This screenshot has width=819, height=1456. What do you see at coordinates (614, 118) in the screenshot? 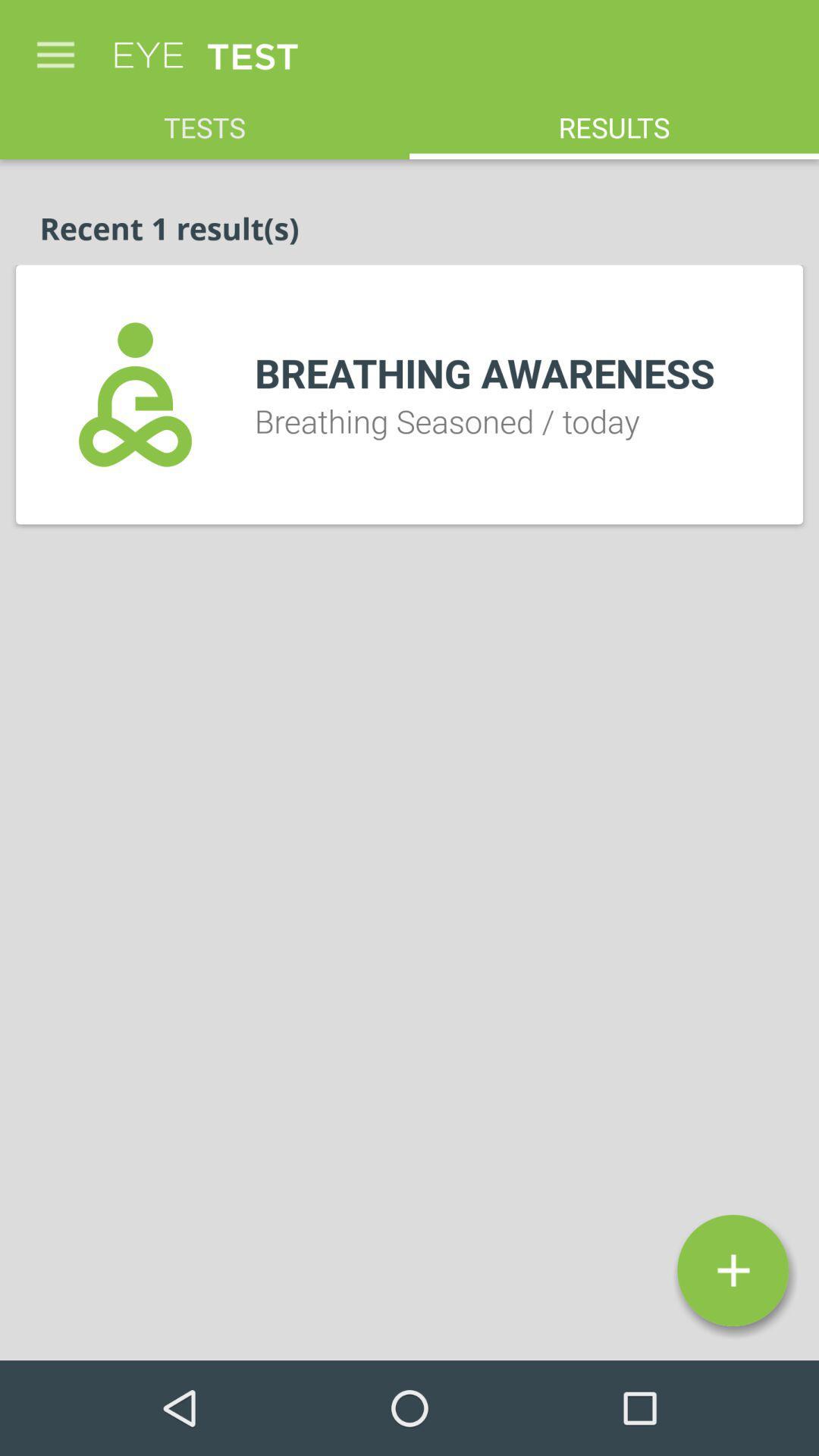
I see `results` at bounding box center [614, 118].